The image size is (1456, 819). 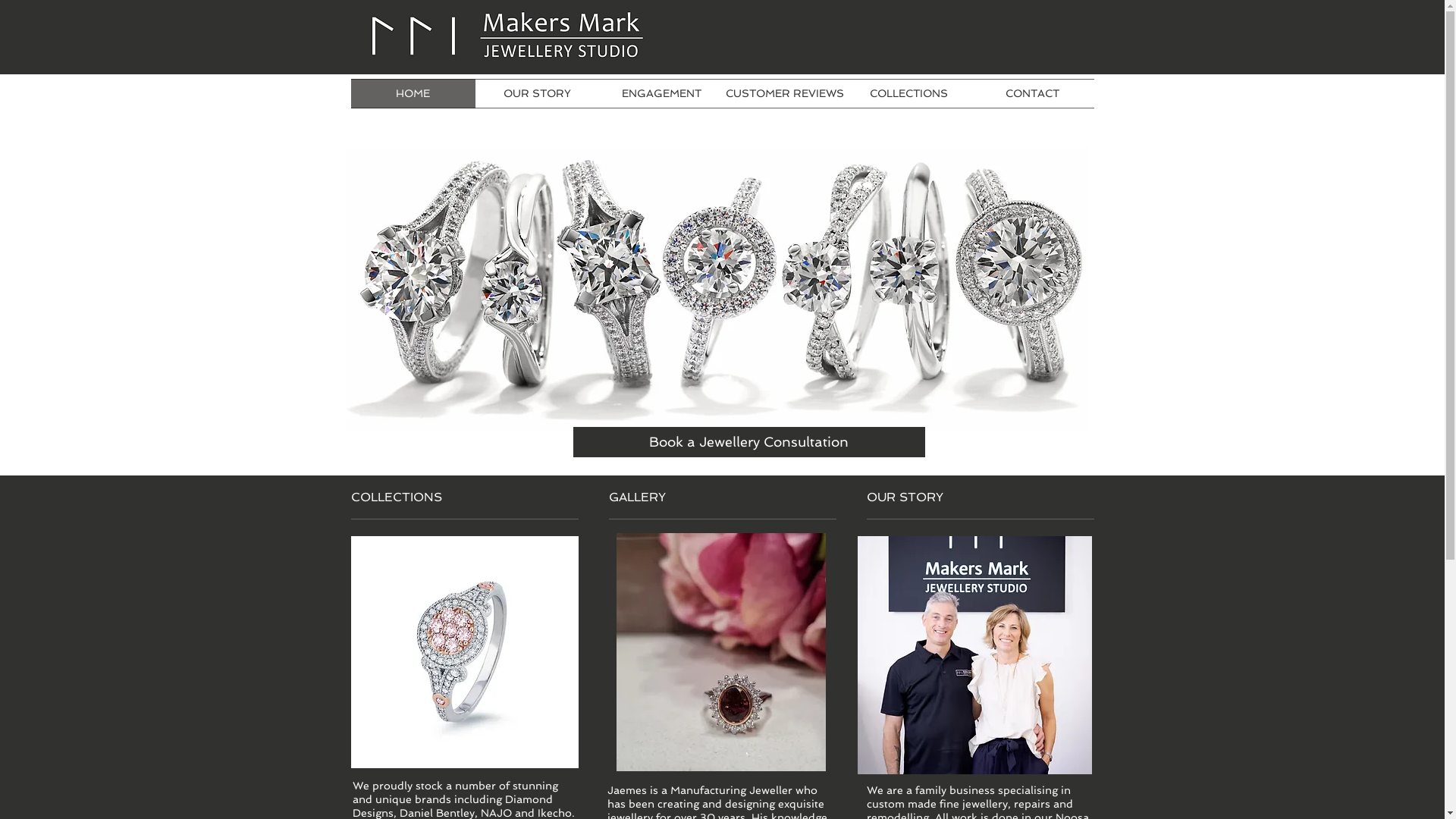 I want to click on '11102779_1571066359815288_2717727257295022602_n.jpg', so click(x=974, y=654).